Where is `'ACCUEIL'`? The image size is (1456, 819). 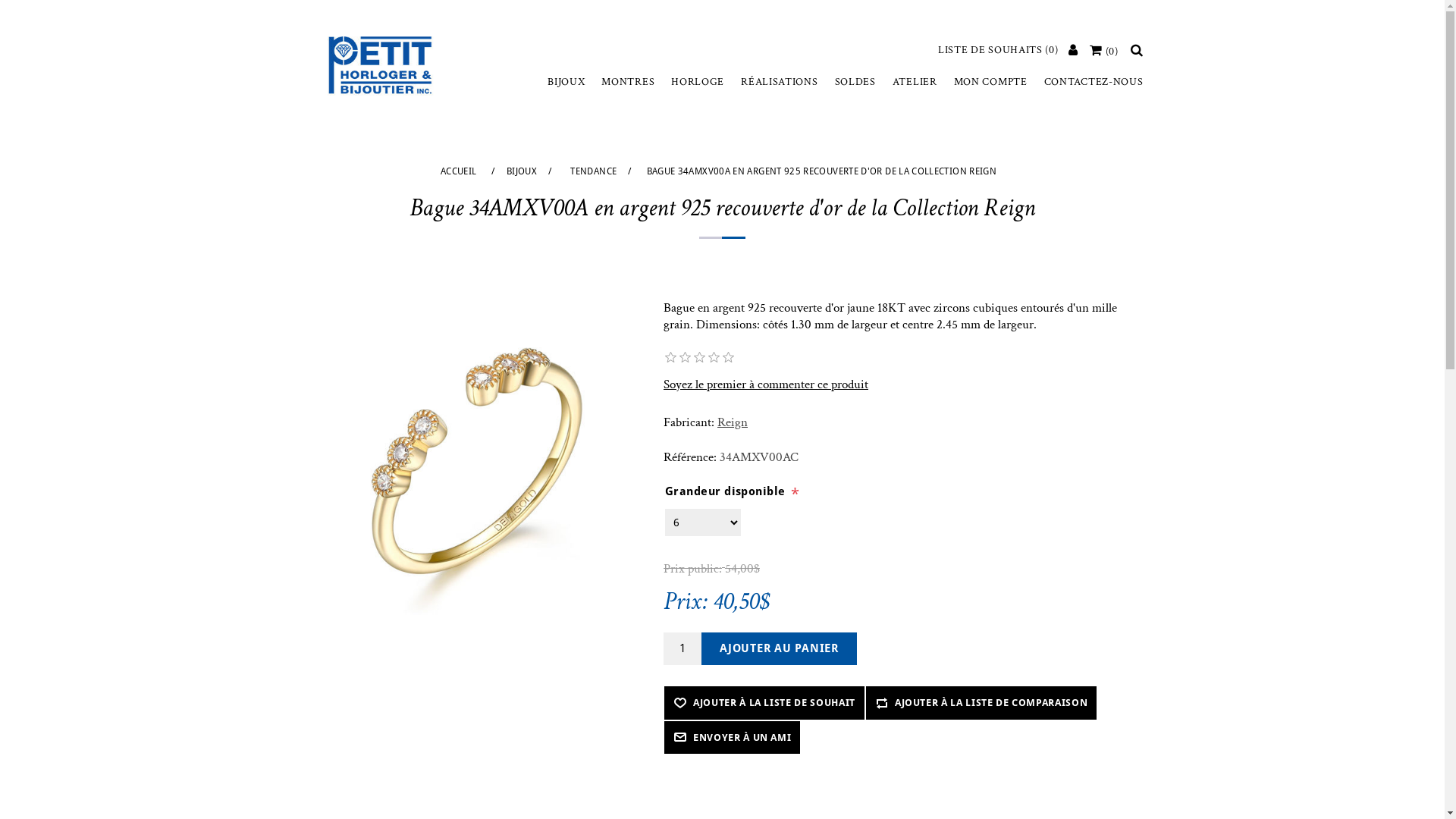
'ACCUEIL' is located at coordinates (457, 171).